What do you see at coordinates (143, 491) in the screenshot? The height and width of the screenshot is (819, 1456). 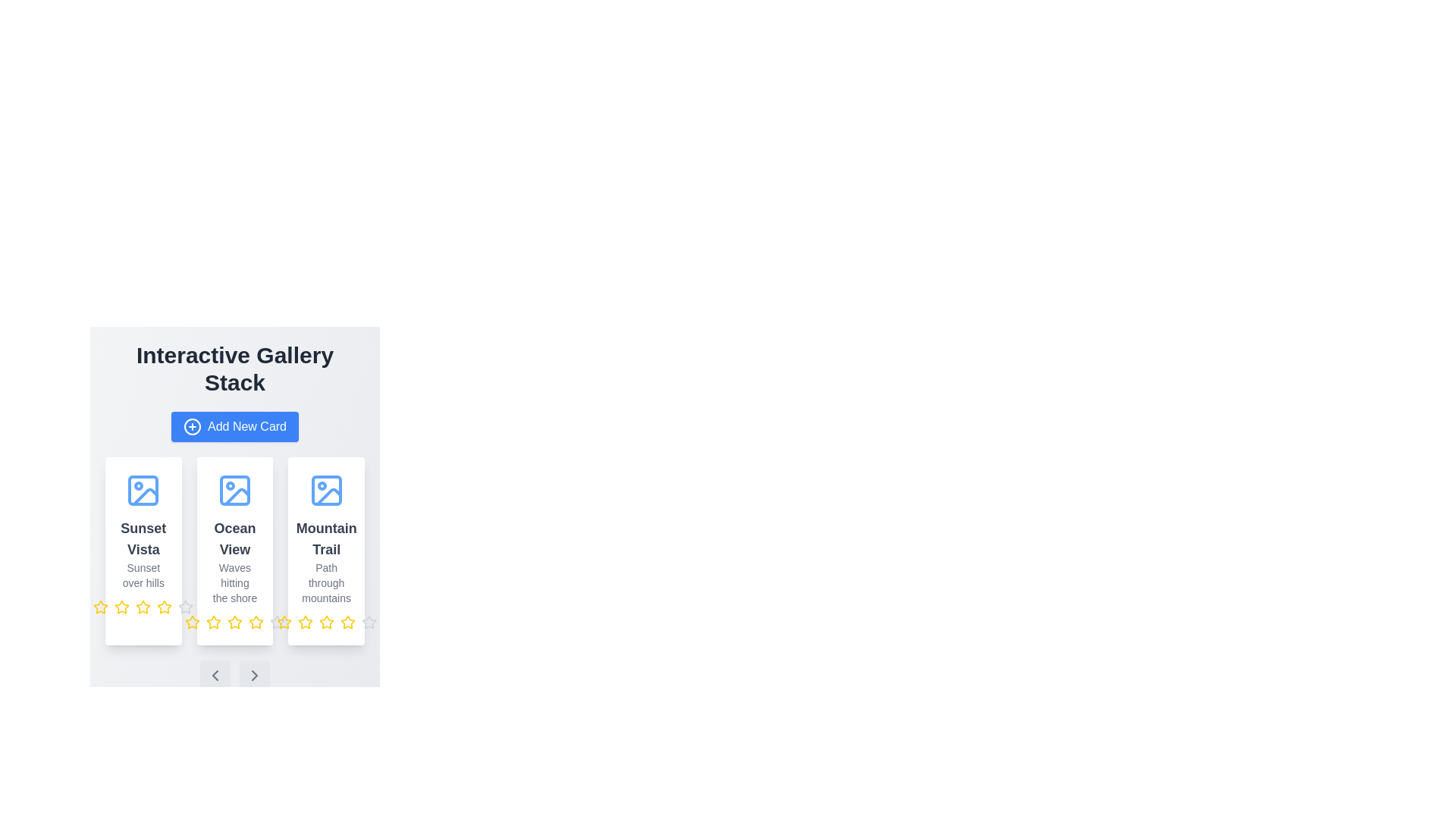 I see `to select or interact with the vibrant blue icon styled as an image placeholder located at the top of the 'Sunset Vista' card in the gallery component` at bounding box center [143, 491].